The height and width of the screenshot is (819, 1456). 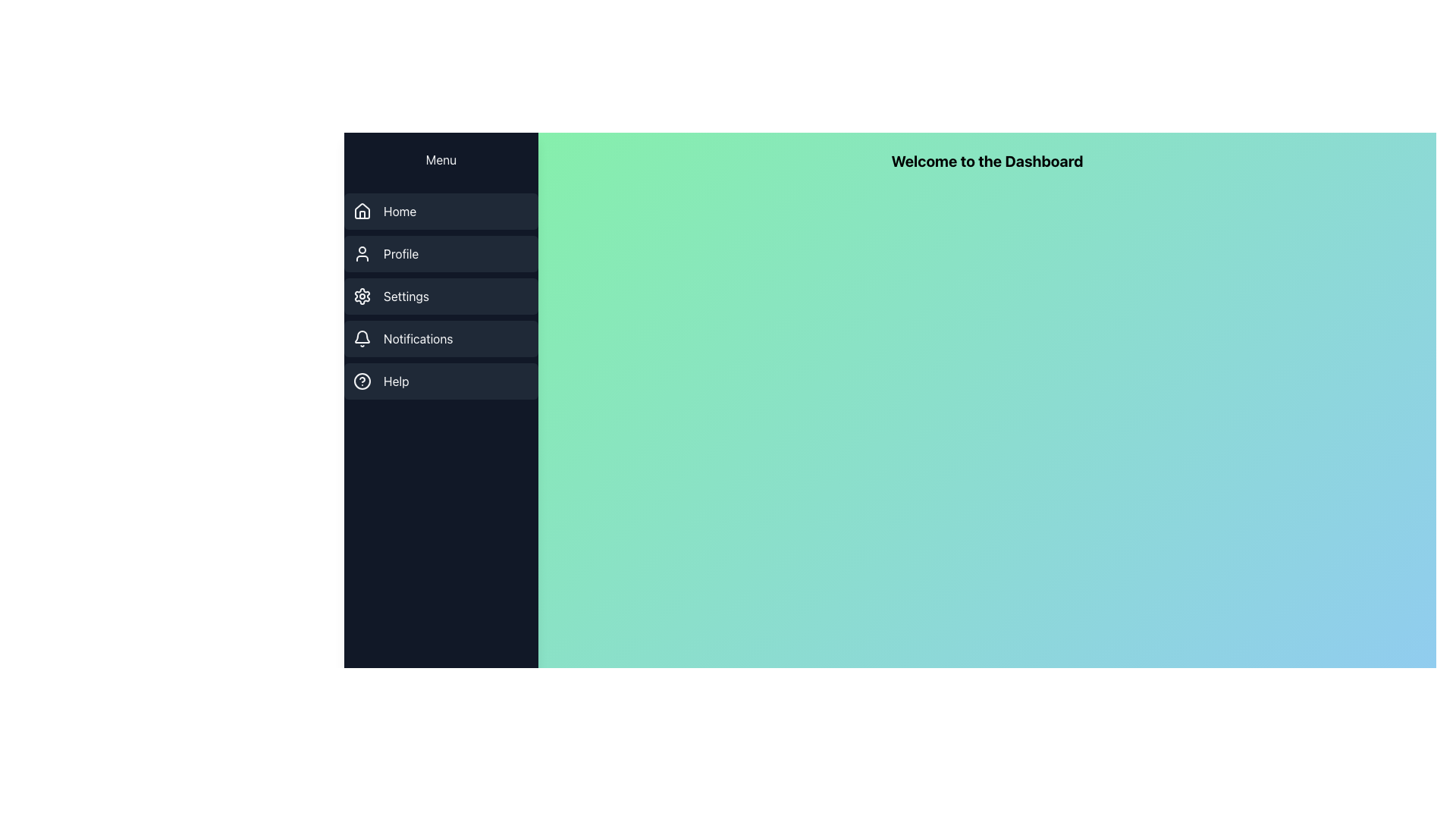 What do you see at coordinates (362, 296) in the screenshot?
I see `the design of the gear icon representing the 'Settings' menu item, which is the third item in the vertical list on the left panel` at bounding box center [362, 296].